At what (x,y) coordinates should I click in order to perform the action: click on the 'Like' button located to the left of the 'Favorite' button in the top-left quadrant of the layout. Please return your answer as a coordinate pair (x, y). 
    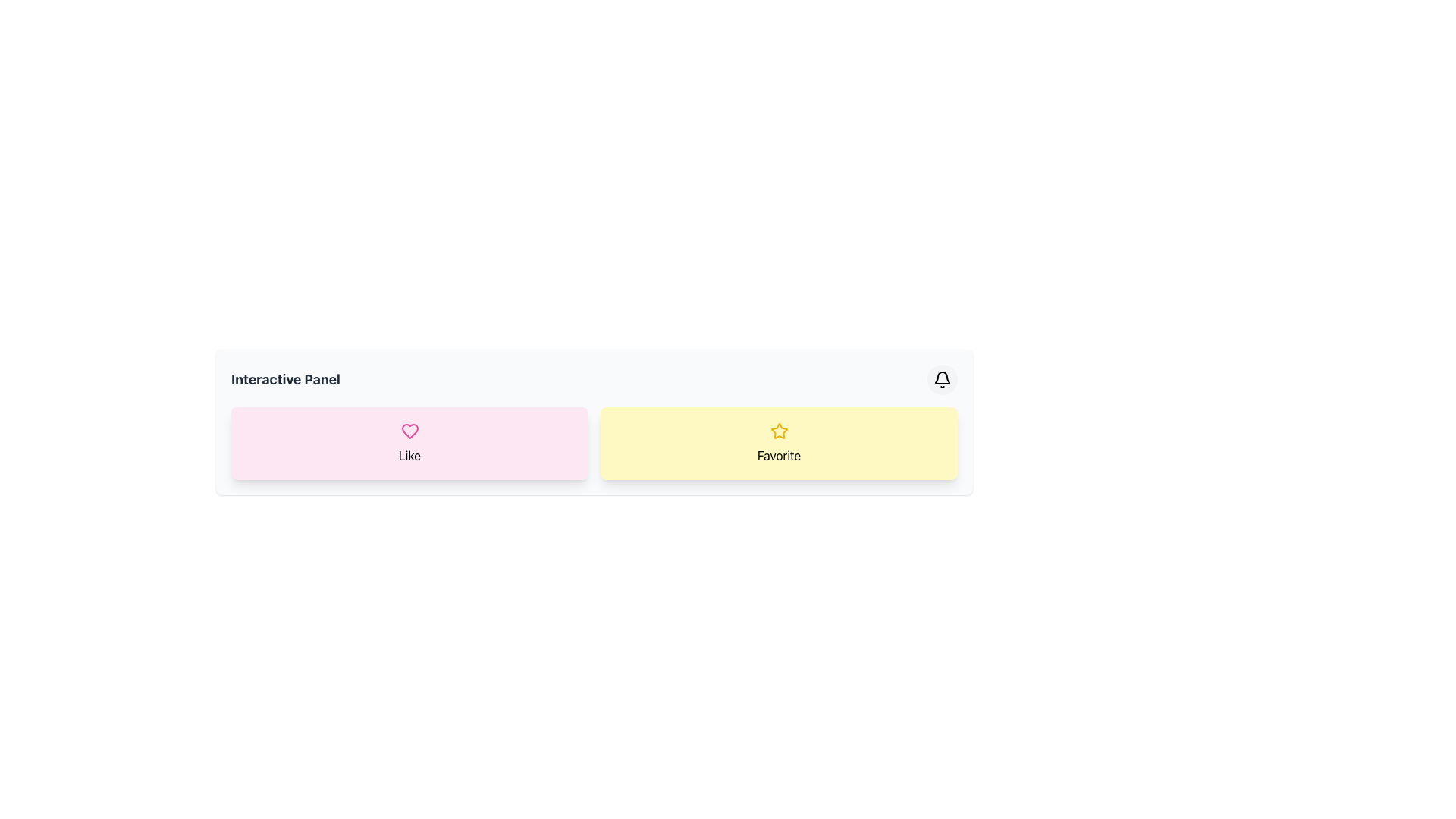
    Looking at the image, I should click on (409, 444).